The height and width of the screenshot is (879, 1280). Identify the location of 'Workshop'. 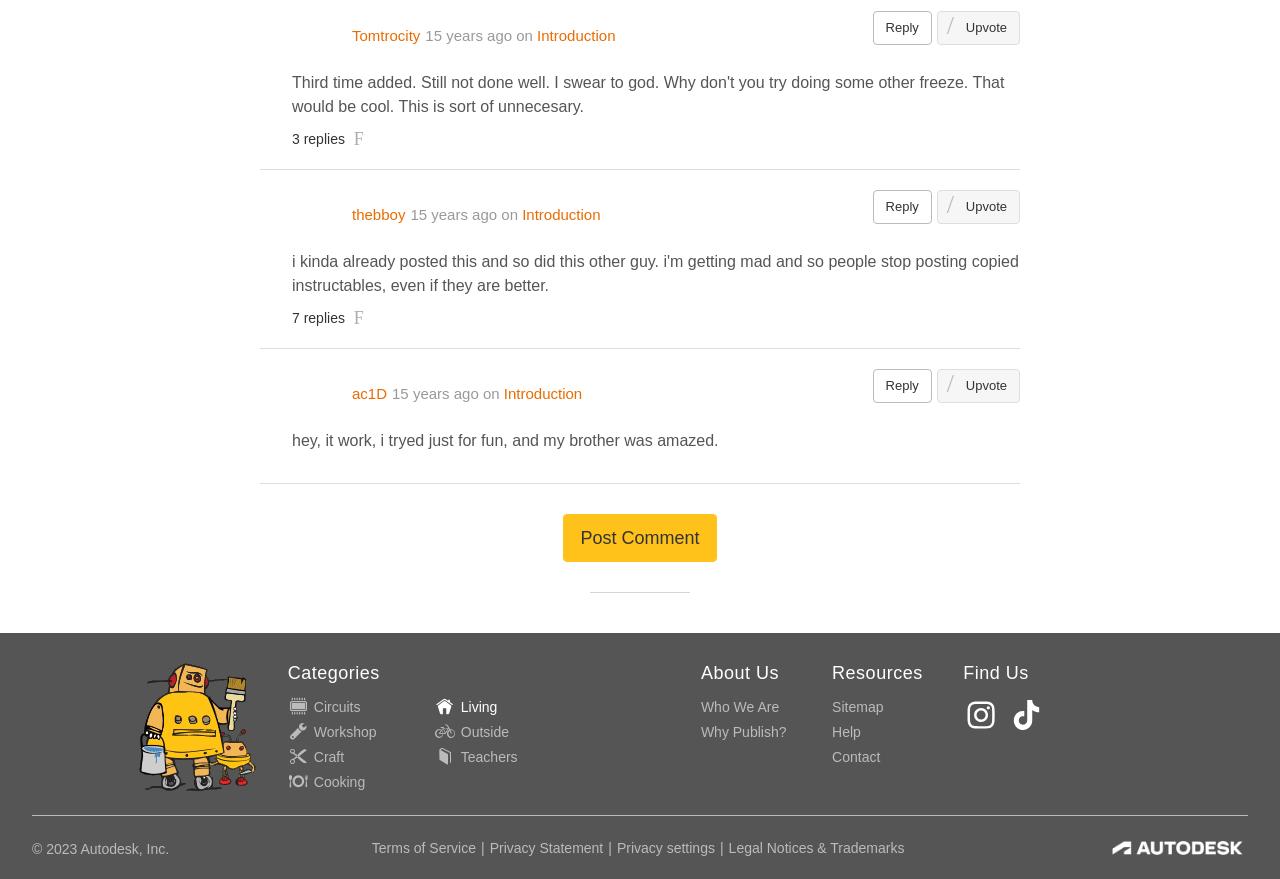
(344, 731).